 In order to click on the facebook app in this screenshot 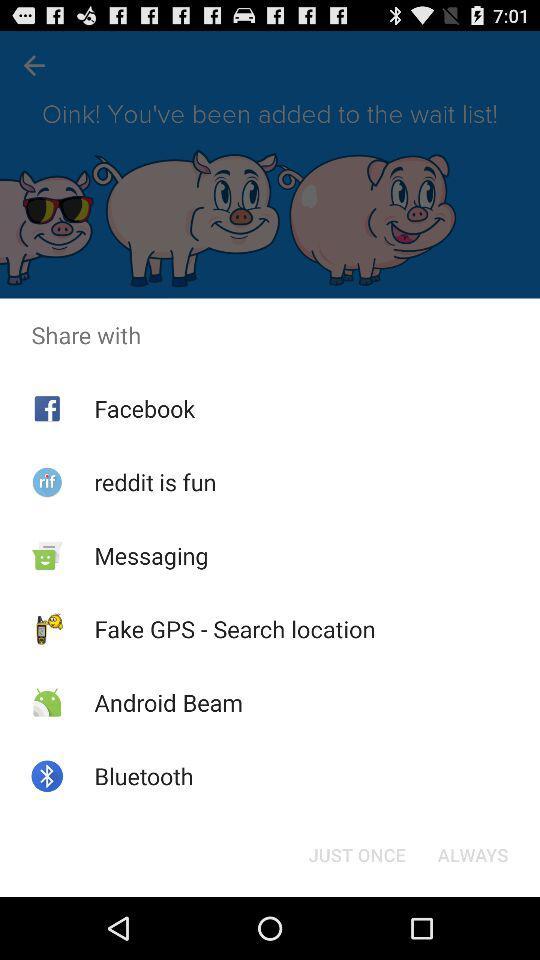, I will do `click(143, 407)`.